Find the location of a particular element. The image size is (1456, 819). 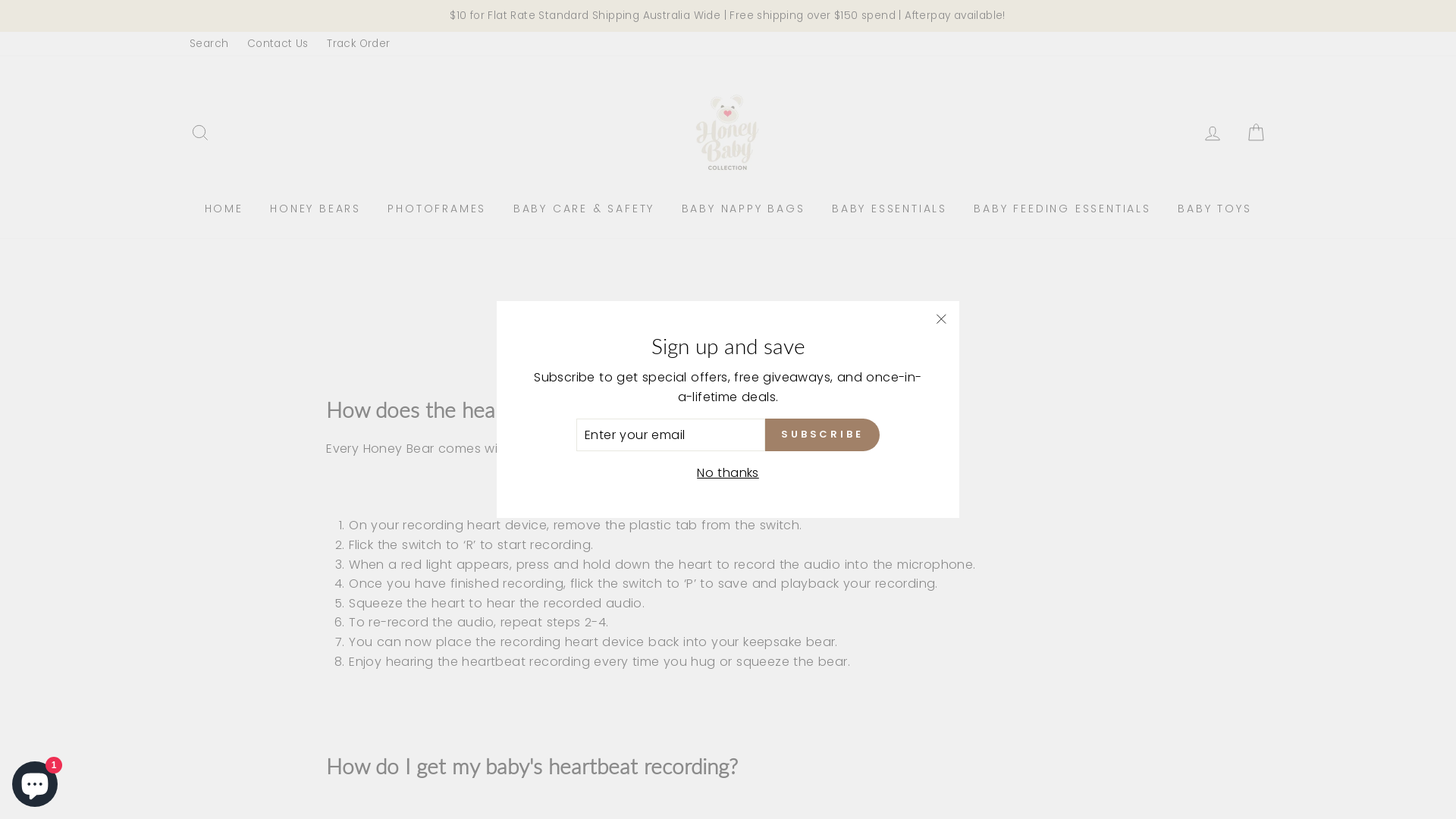

'"Close (esc)"' is located at coordinates (940, 318).